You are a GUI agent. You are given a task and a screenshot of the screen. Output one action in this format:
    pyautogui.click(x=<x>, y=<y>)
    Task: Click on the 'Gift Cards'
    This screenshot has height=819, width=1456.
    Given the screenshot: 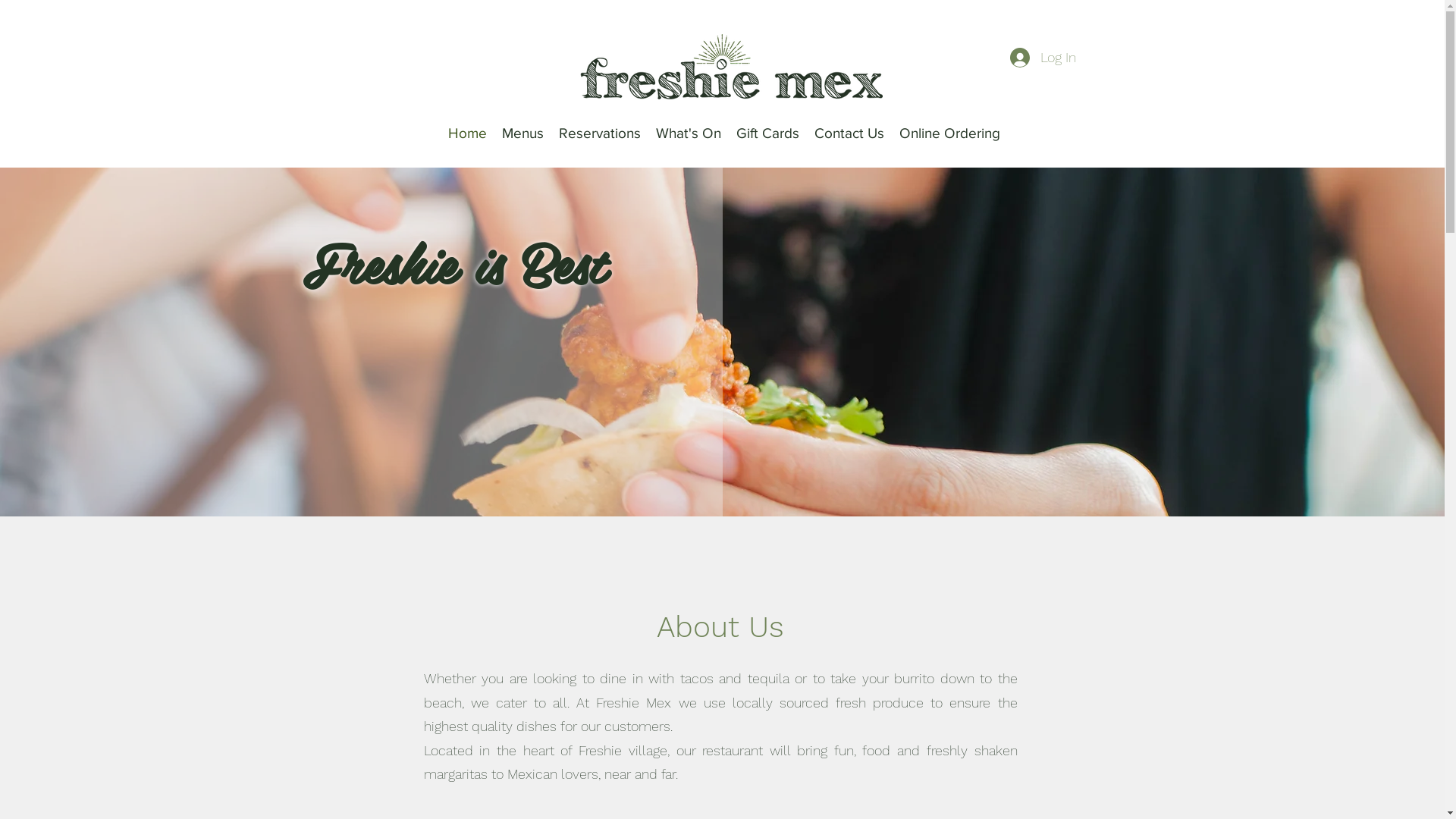 What is the action you would take?
    pyautogui.click(x=767, y=133)
    